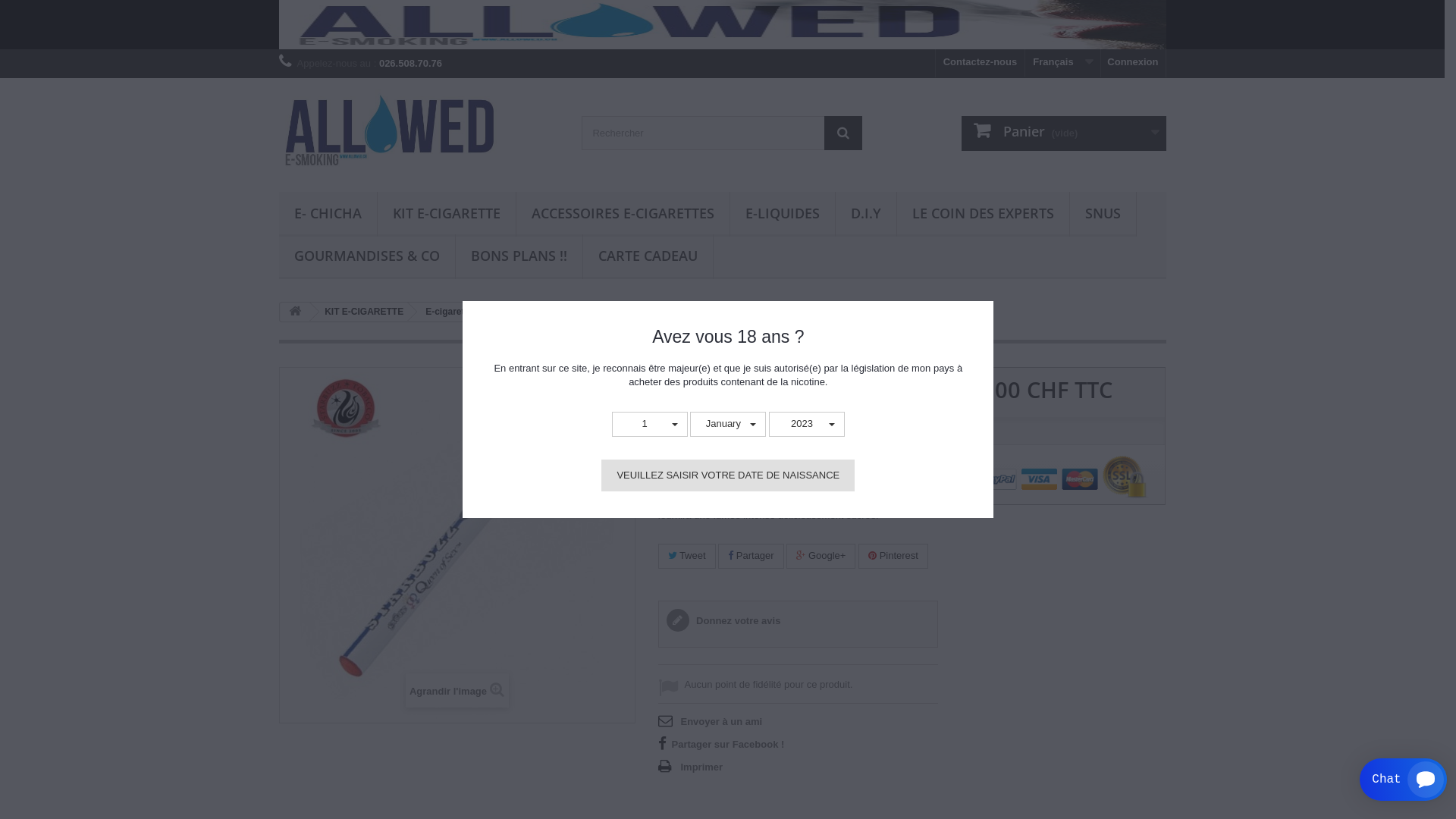  I want to click on 'Imprimer', so click(690, 766).